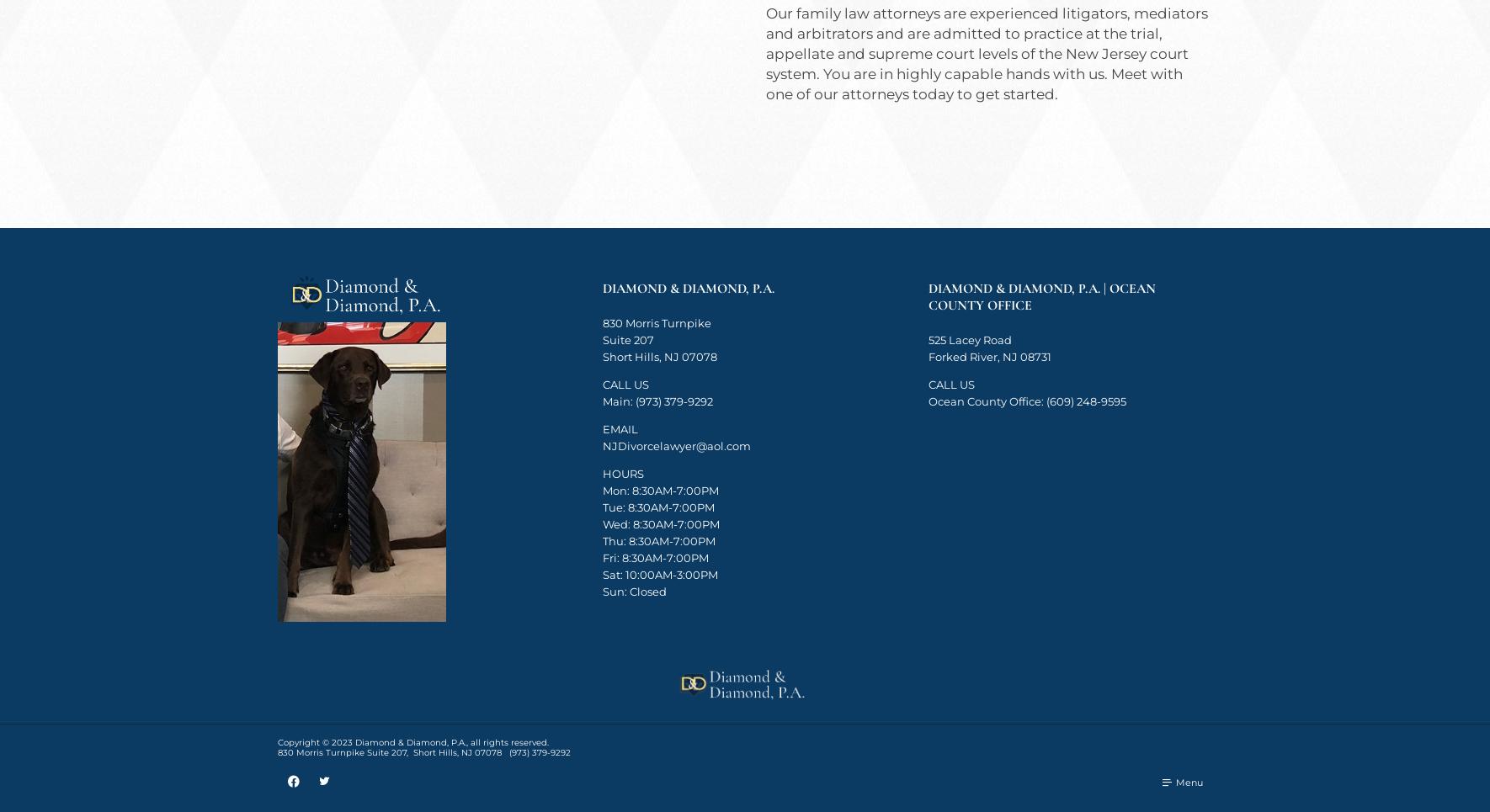 Image resolution: width=1490 pixels, height=812 pixels. Describe the element at coordinates (623, 473) in the screenshot. I see `'HOURS'` at that location.